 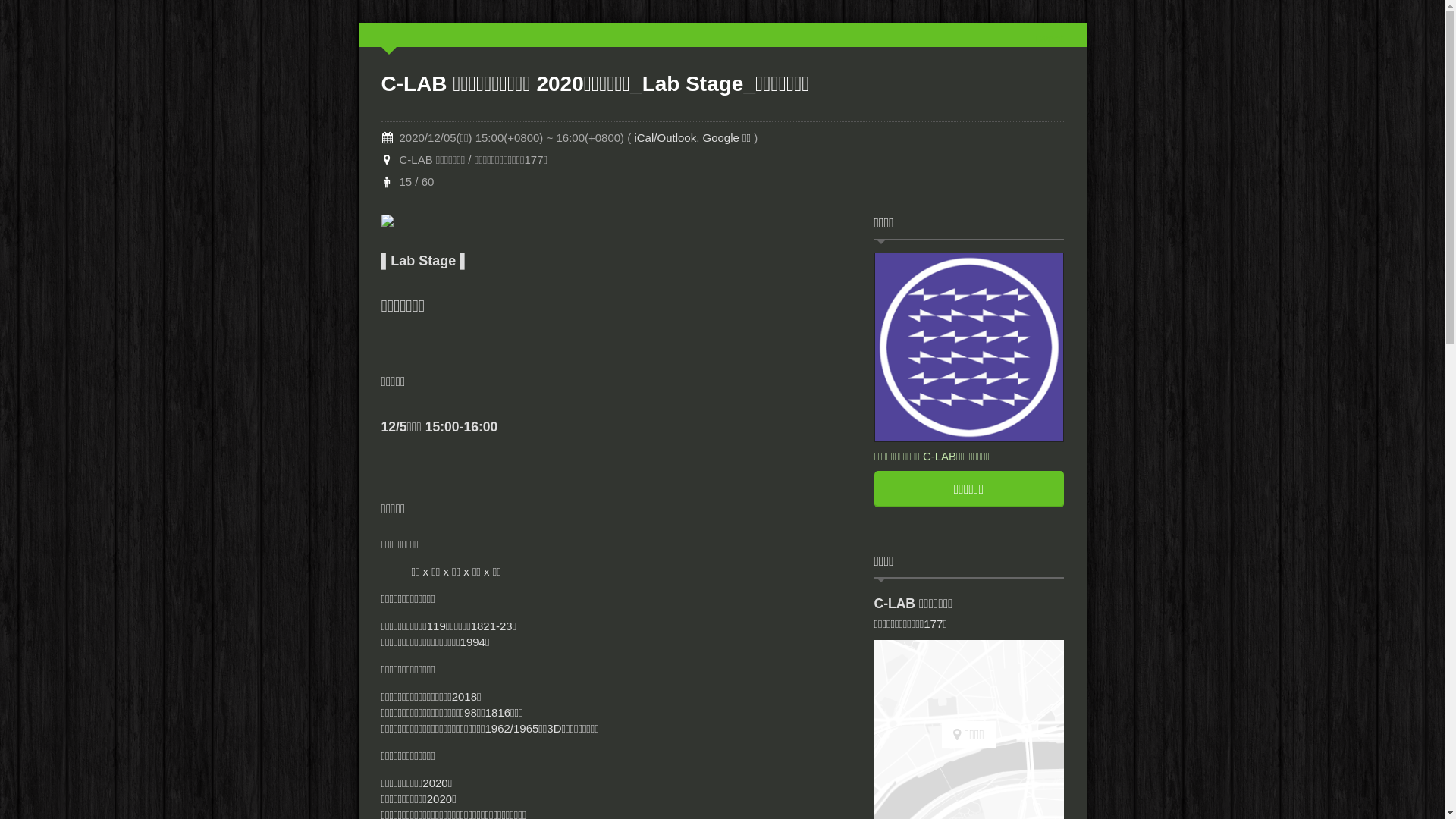 What do you see at coordinates (665, 137) in the screenshot?
I see `'iCal/Outlook'` at bounding box center [665, 137].